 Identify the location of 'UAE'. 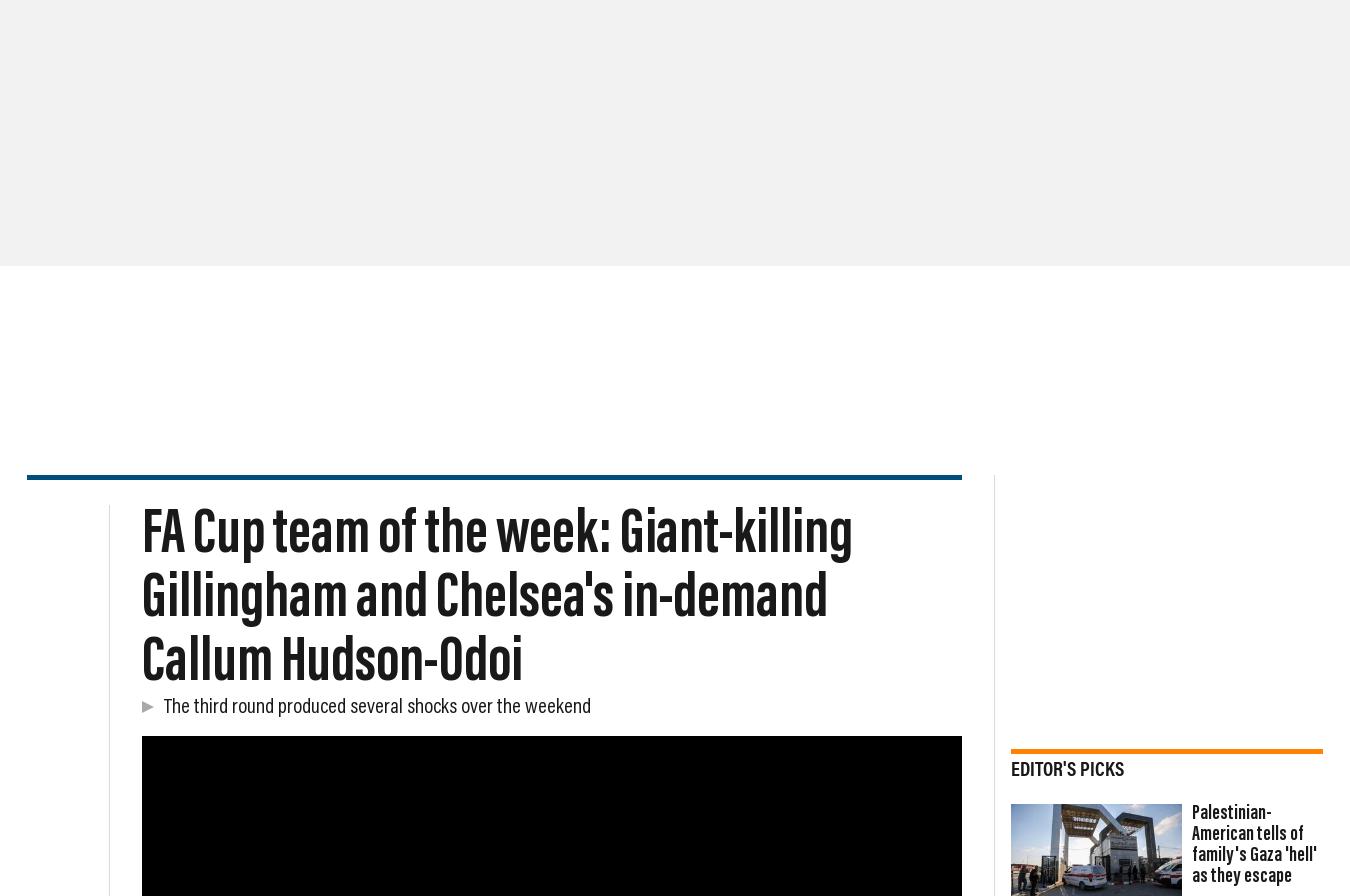
(72, 149).